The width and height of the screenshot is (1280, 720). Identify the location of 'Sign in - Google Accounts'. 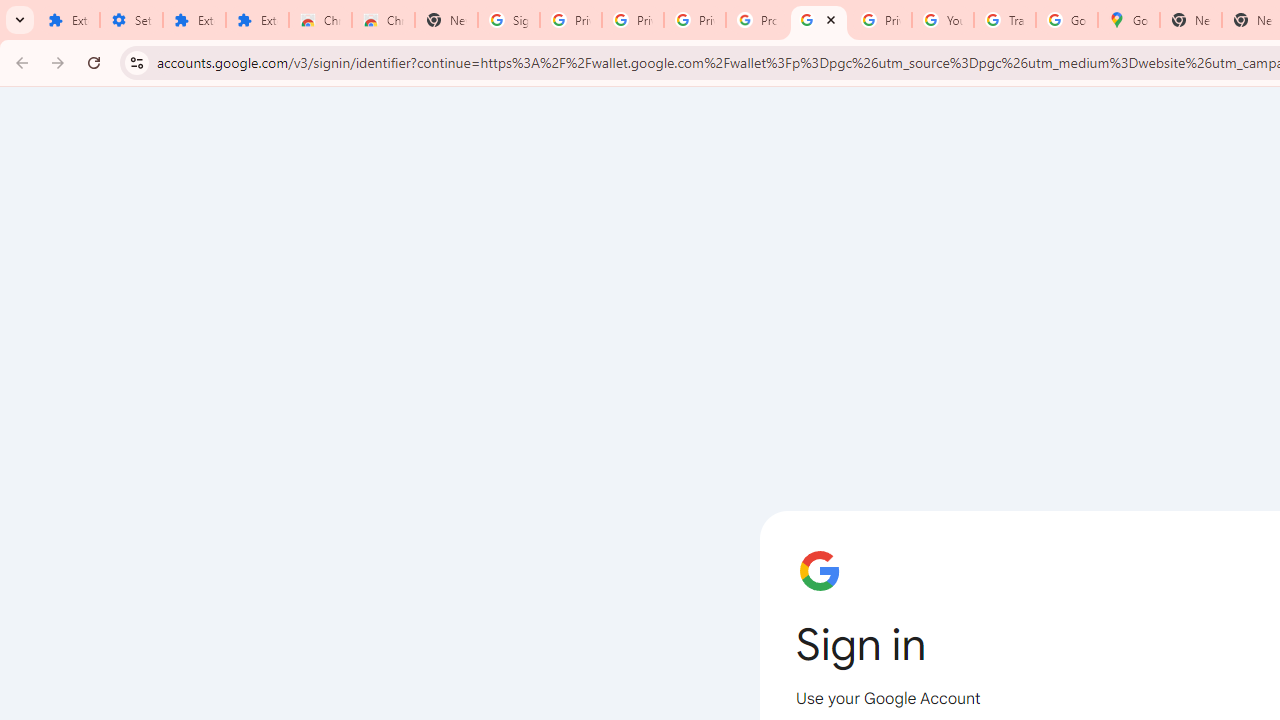
(819, 20).